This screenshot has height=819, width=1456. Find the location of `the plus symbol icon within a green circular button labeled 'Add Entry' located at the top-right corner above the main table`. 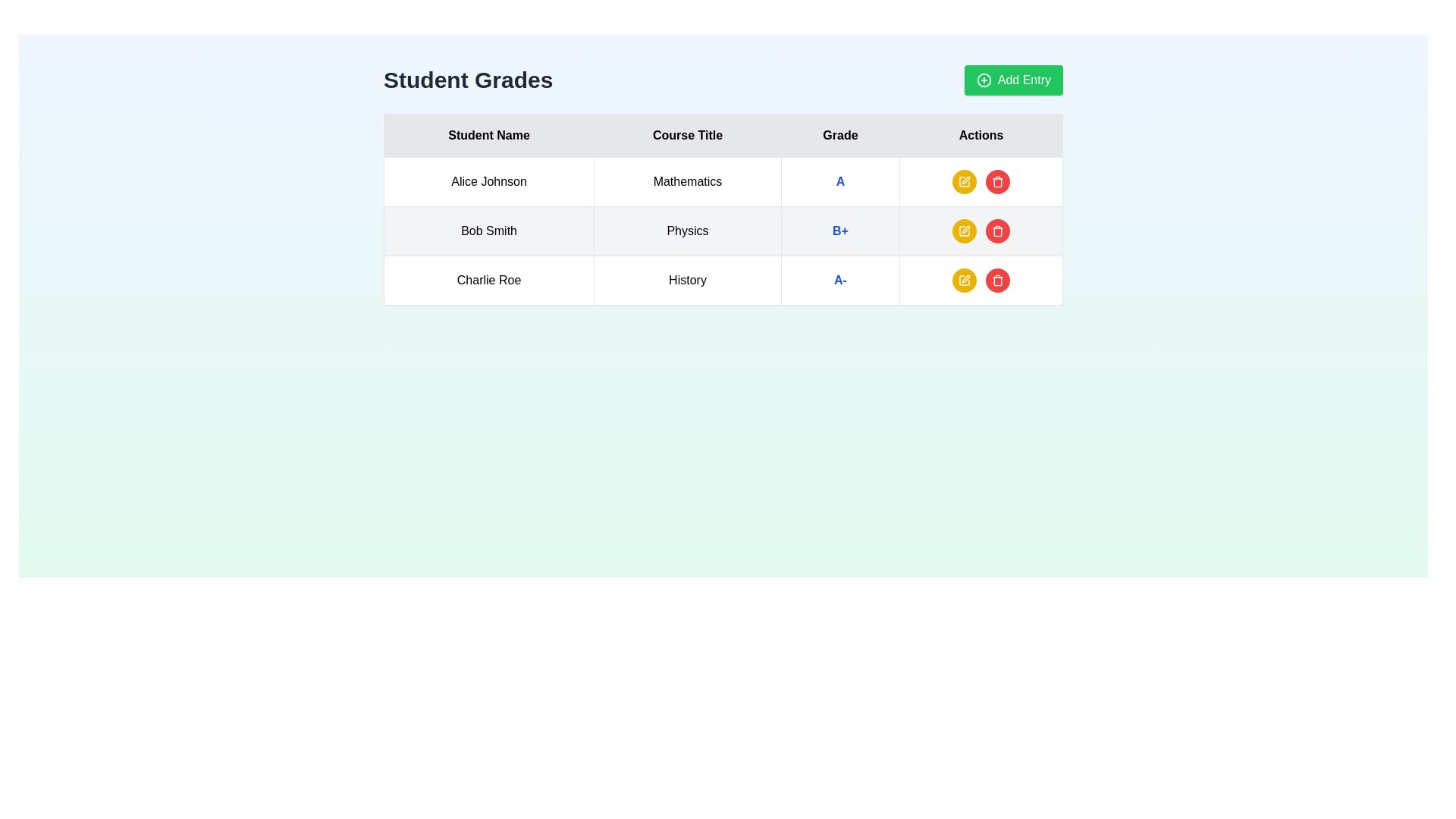

the plus symbol icon within a green circular button labeled 'Add Entry' located at the top-right corner above the main table is located at coordinates (984, 80).